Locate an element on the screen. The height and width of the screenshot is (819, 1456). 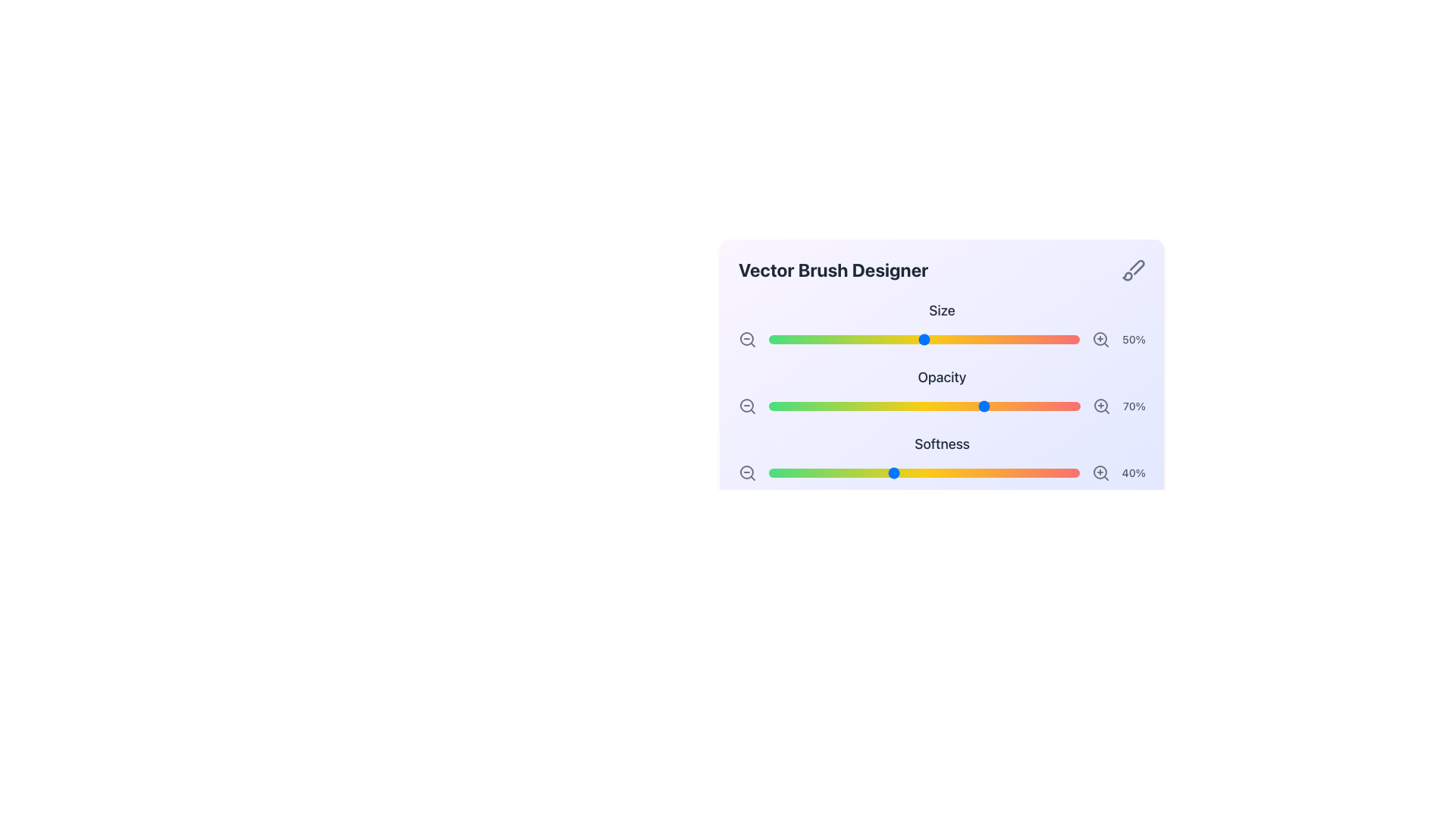
the Icon Button located to the right of the 'Opacity' slider, adjacent to the '70%' percentage display is located at coordinates (1101, 406).